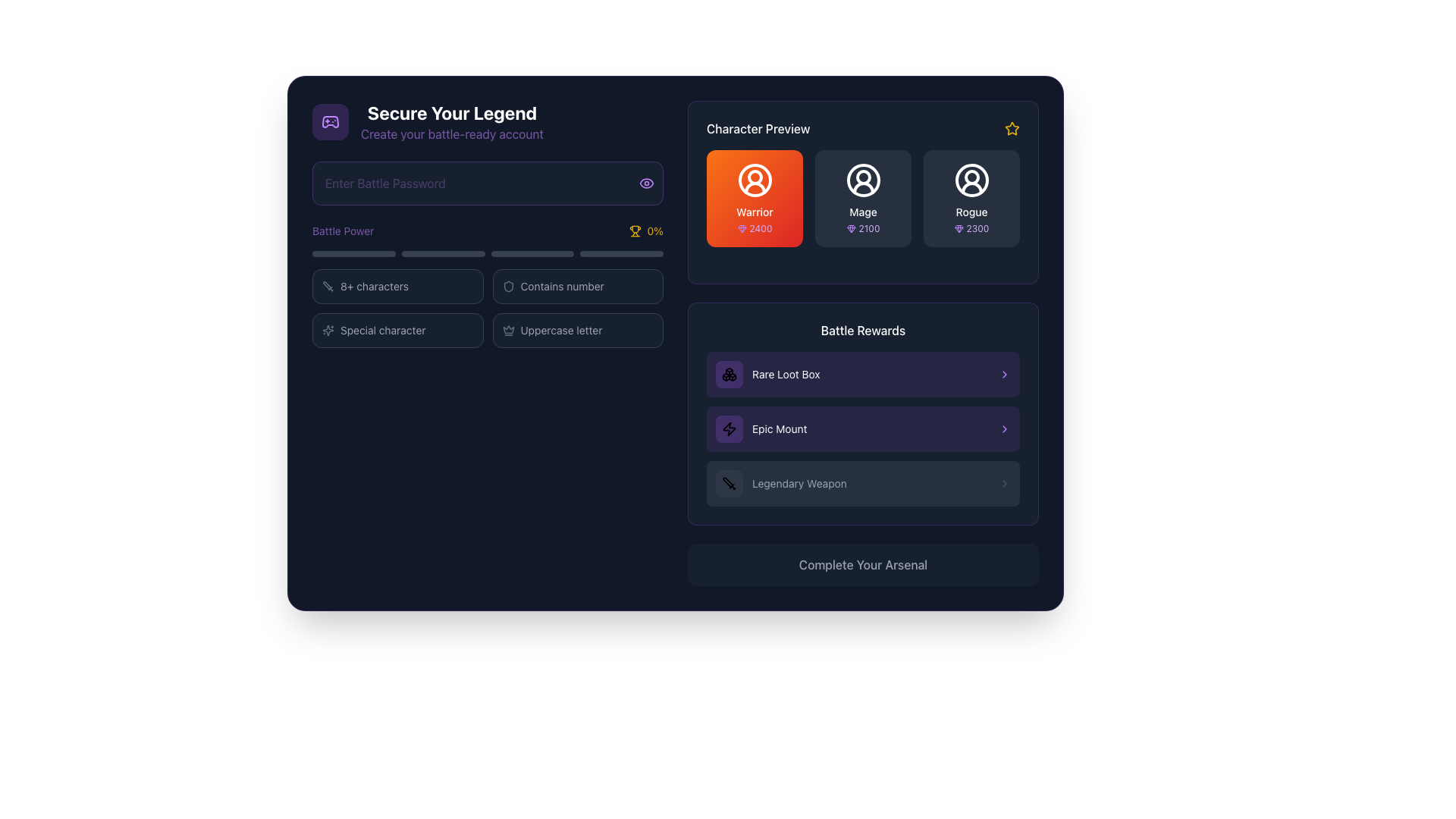 Image resolution: width=1456 pixels, height=819 pixels. Describe the element at coordinates (647, 183) in the screenshot. I see `the eye-shaped icon located at the top-right corner of the 'Rogue' character selection card, which features a minimalistic design with an oval outline and a curved line resembling an iris` at that location.